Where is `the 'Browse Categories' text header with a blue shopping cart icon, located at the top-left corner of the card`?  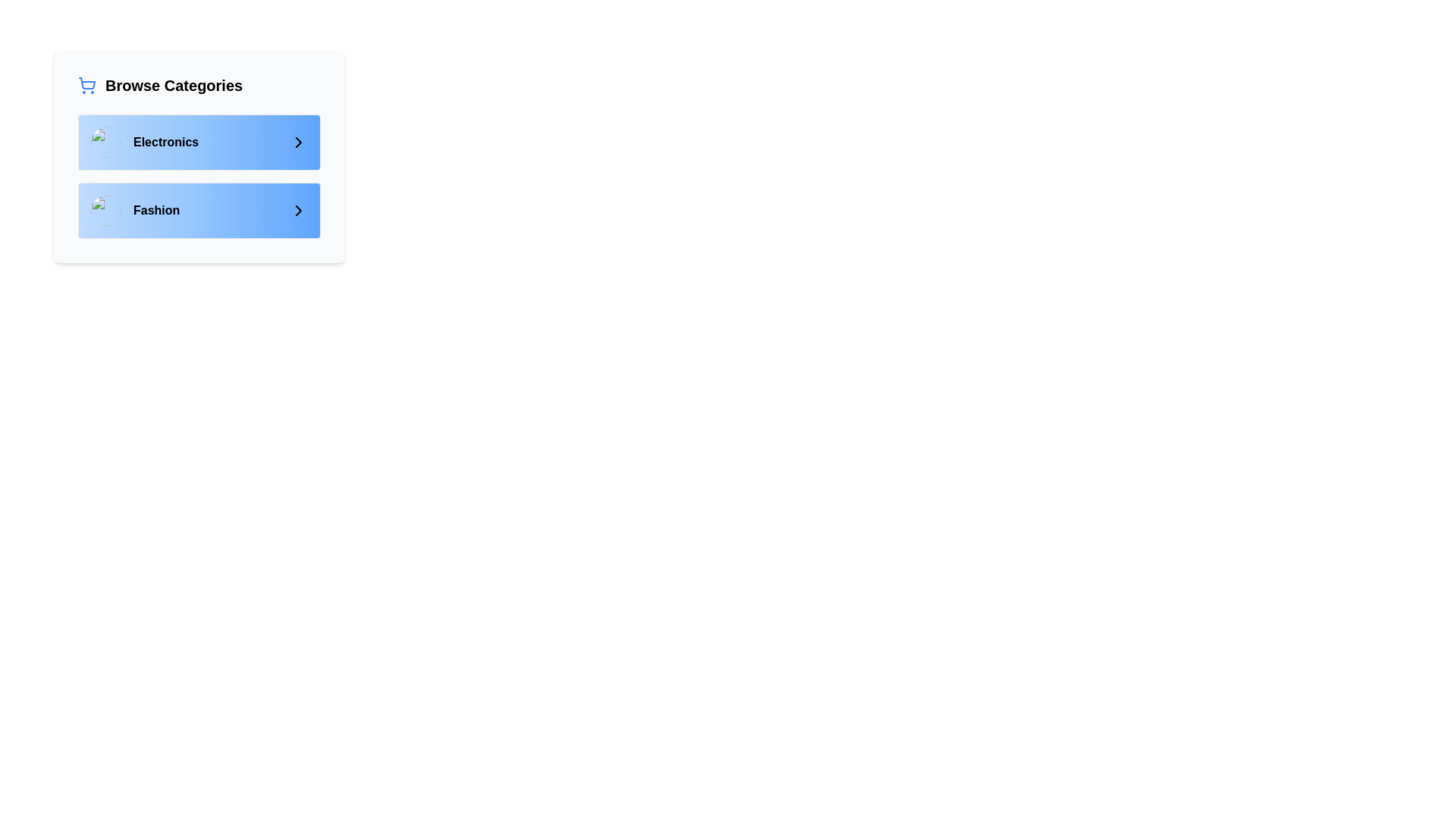 the 'Browse Categories' text header with a blue shopping cart icon, located at the top-left corner of the card is located at coordinates (199, 85).